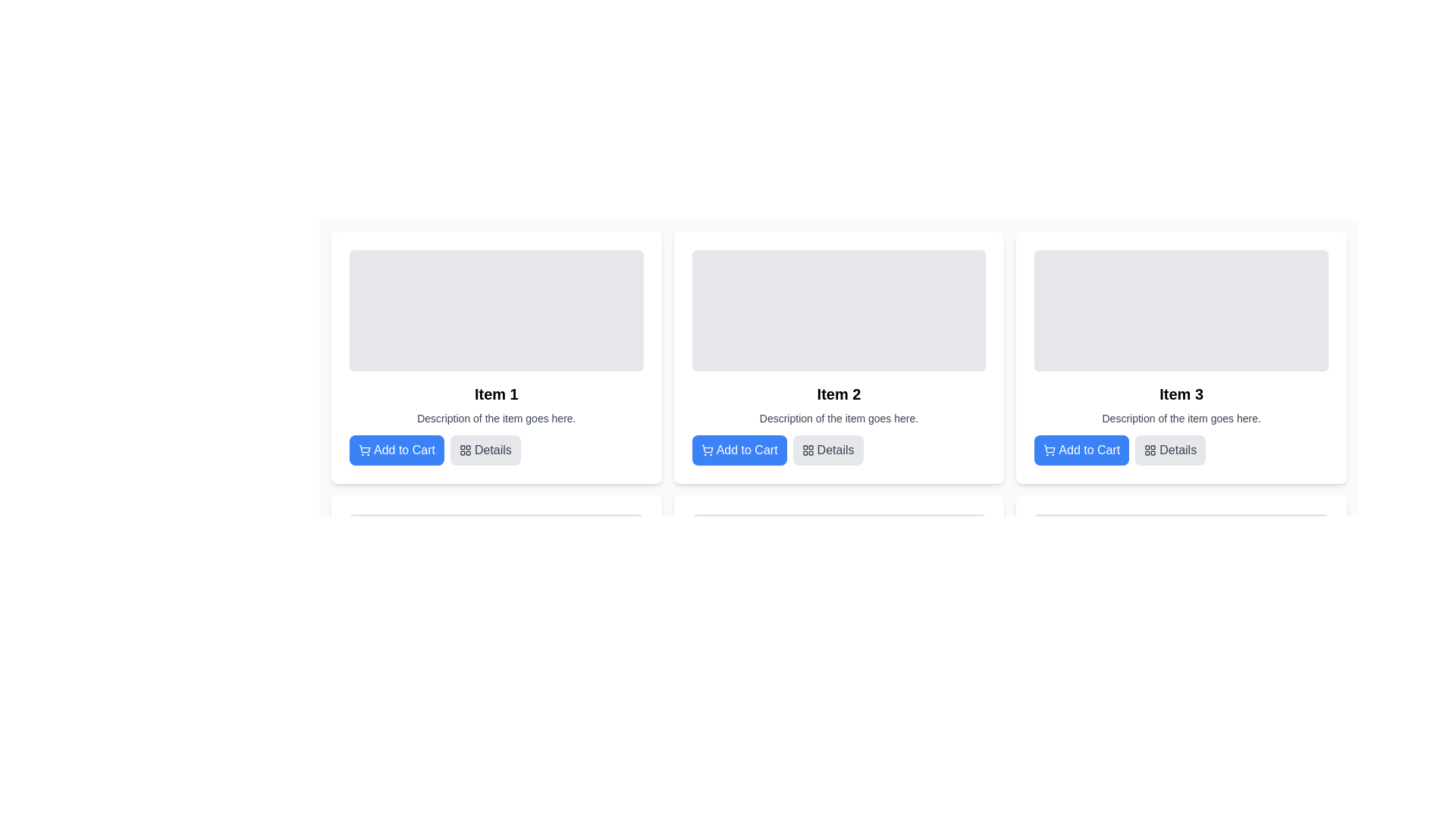 The height and width of the screenshot is (819, 1456). I want to click on the grid layout icon located next to the 'Details' text in the button of the third item card, so click(1150, 450).